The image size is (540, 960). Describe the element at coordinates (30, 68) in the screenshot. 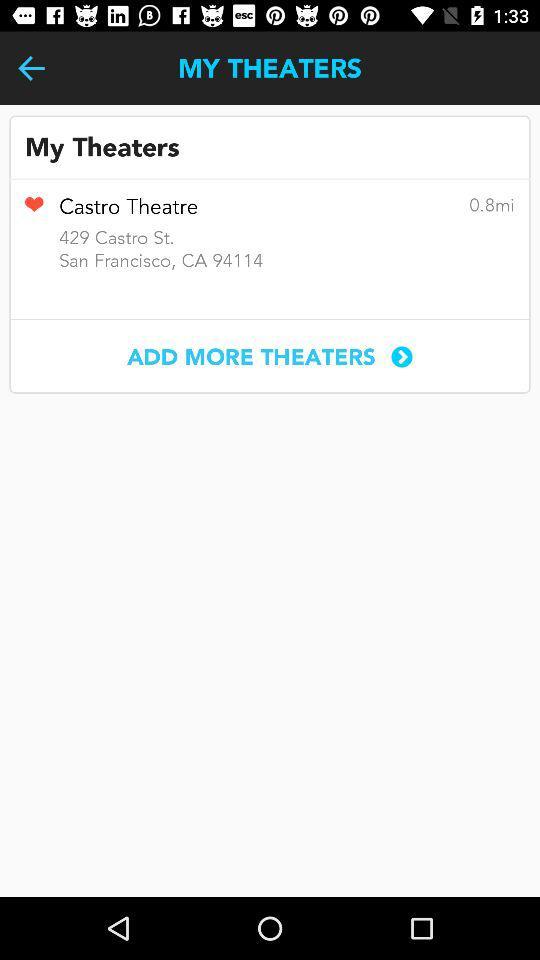

I see `item to the left of the my theaters icon` at that location.